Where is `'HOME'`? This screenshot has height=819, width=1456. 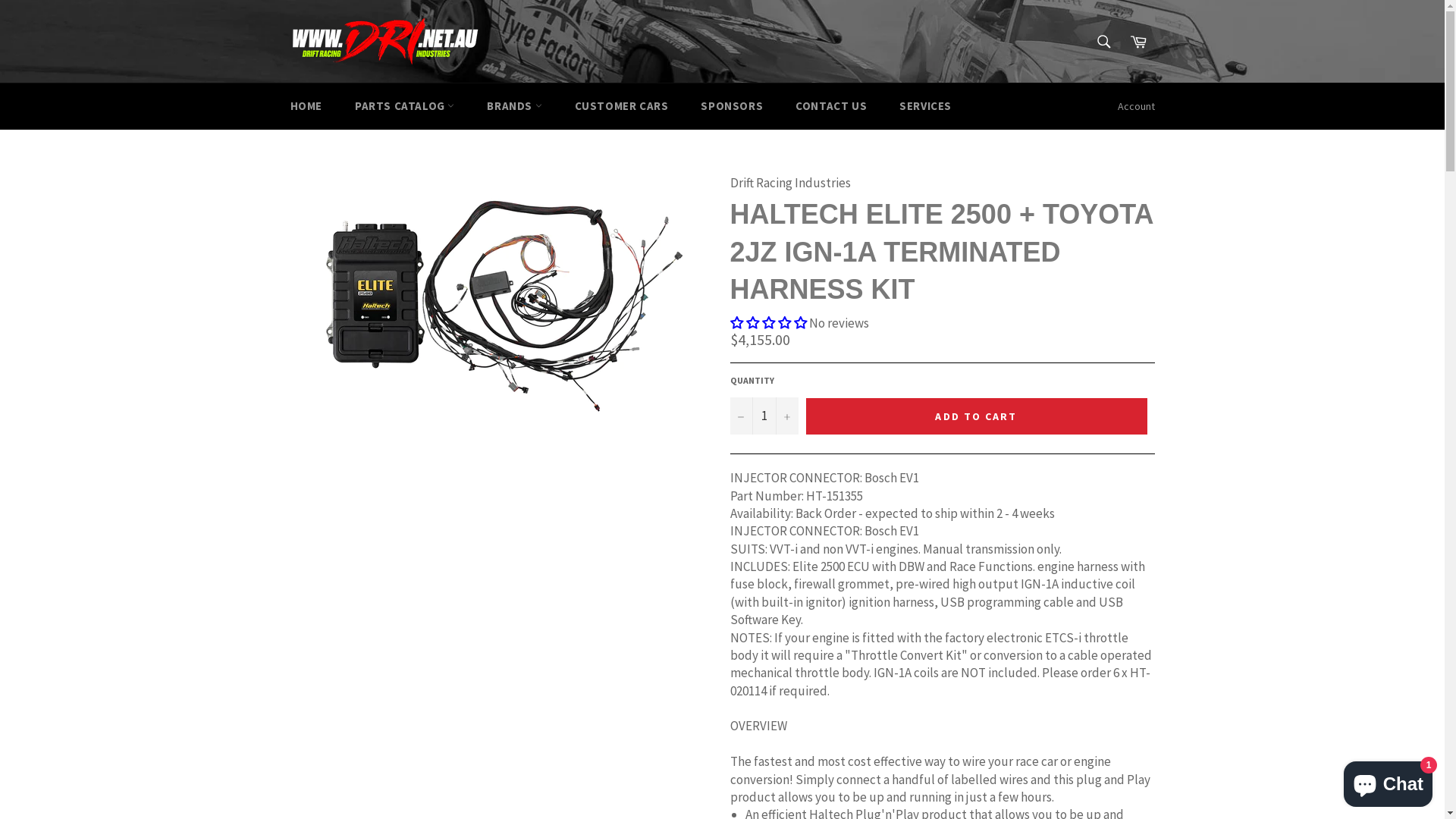 'HOME' is located at coordinates (305, 105).